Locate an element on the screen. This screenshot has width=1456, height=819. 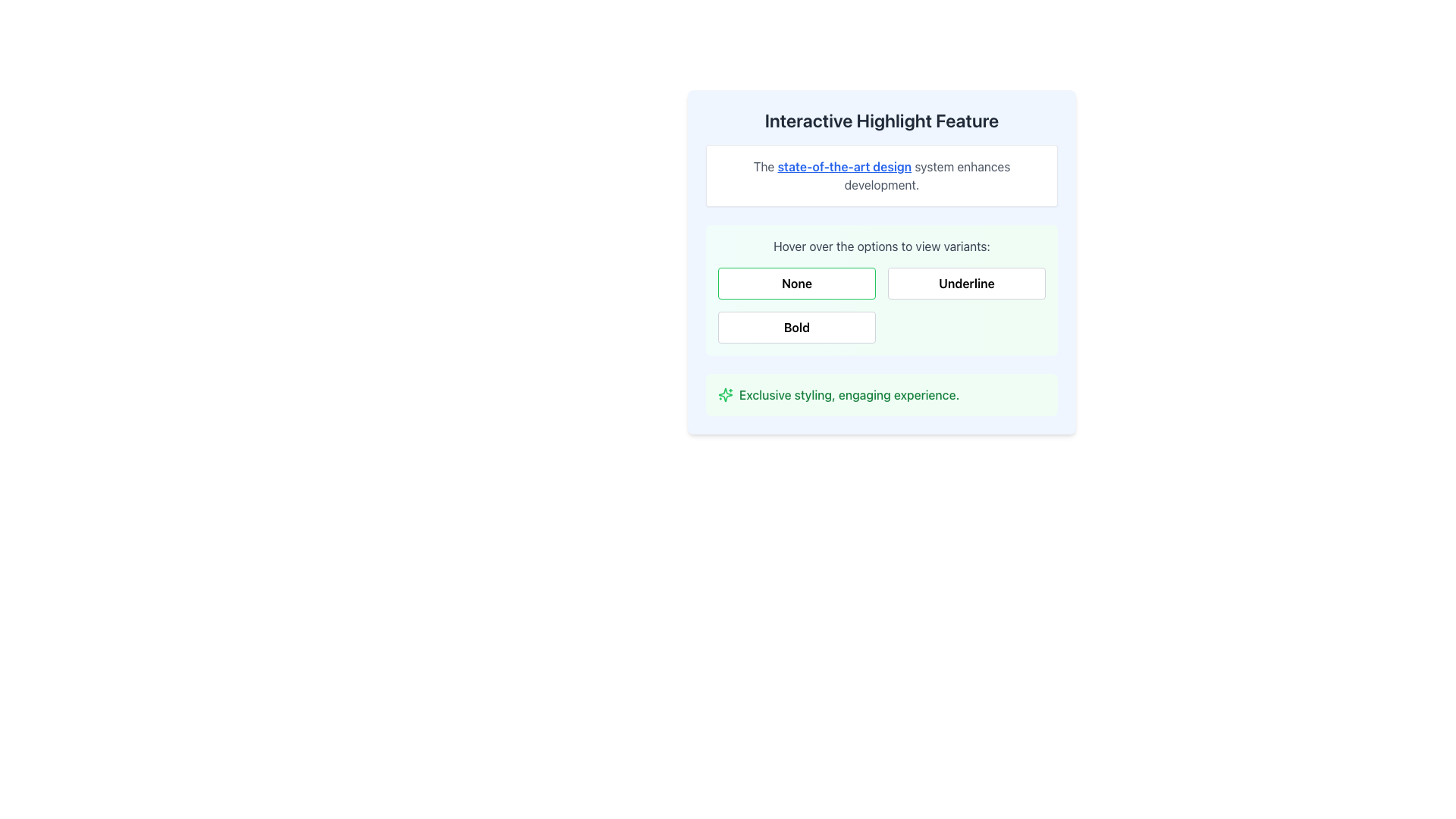
the 'None' button in the grid layout is located at coordinates (881, 305).